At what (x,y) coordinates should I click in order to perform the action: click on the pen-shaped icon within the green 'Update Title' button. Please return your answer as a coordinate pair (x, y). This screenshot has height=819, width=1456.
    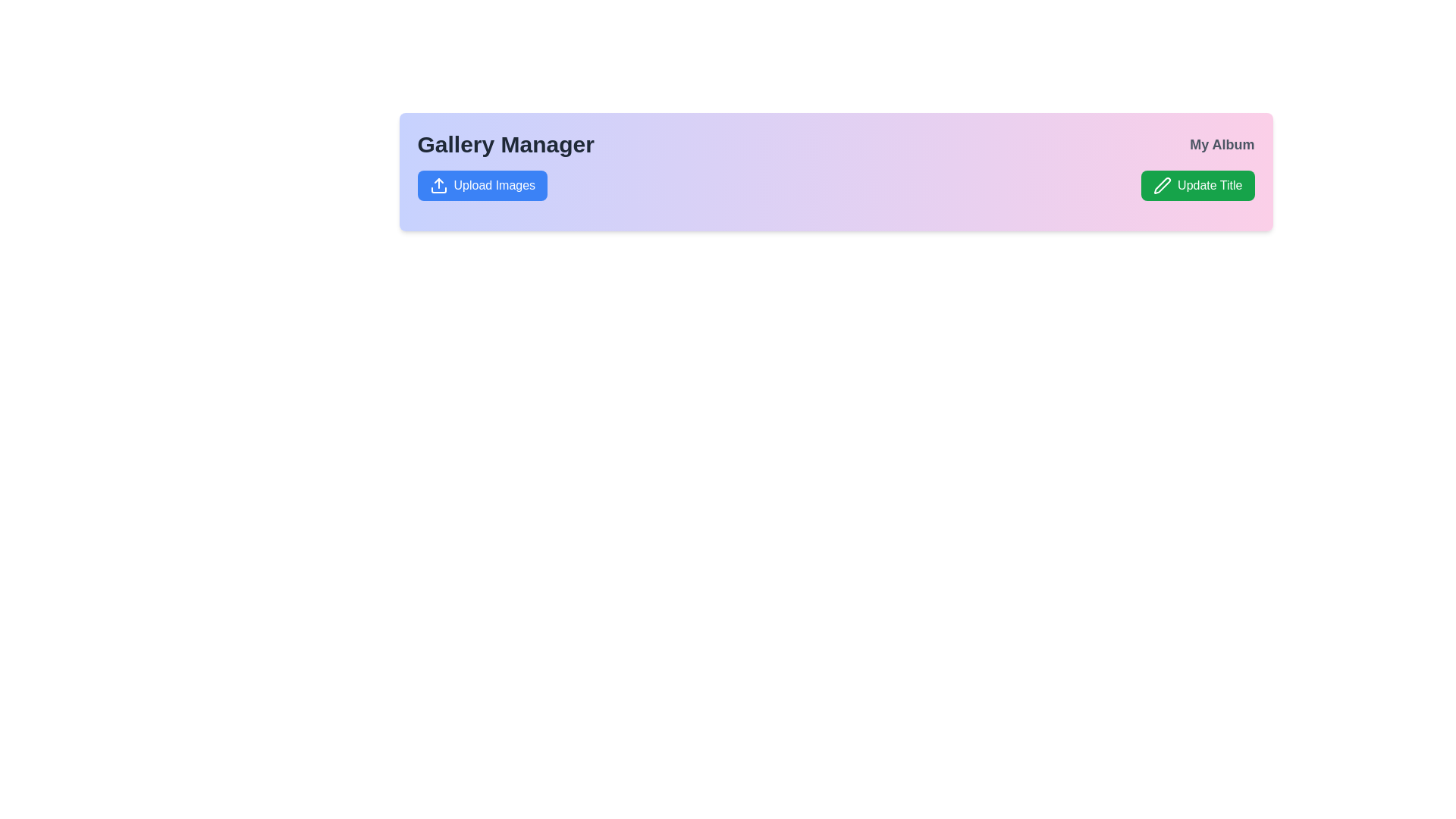
    Looking at the image, I should click on (1162, 185).